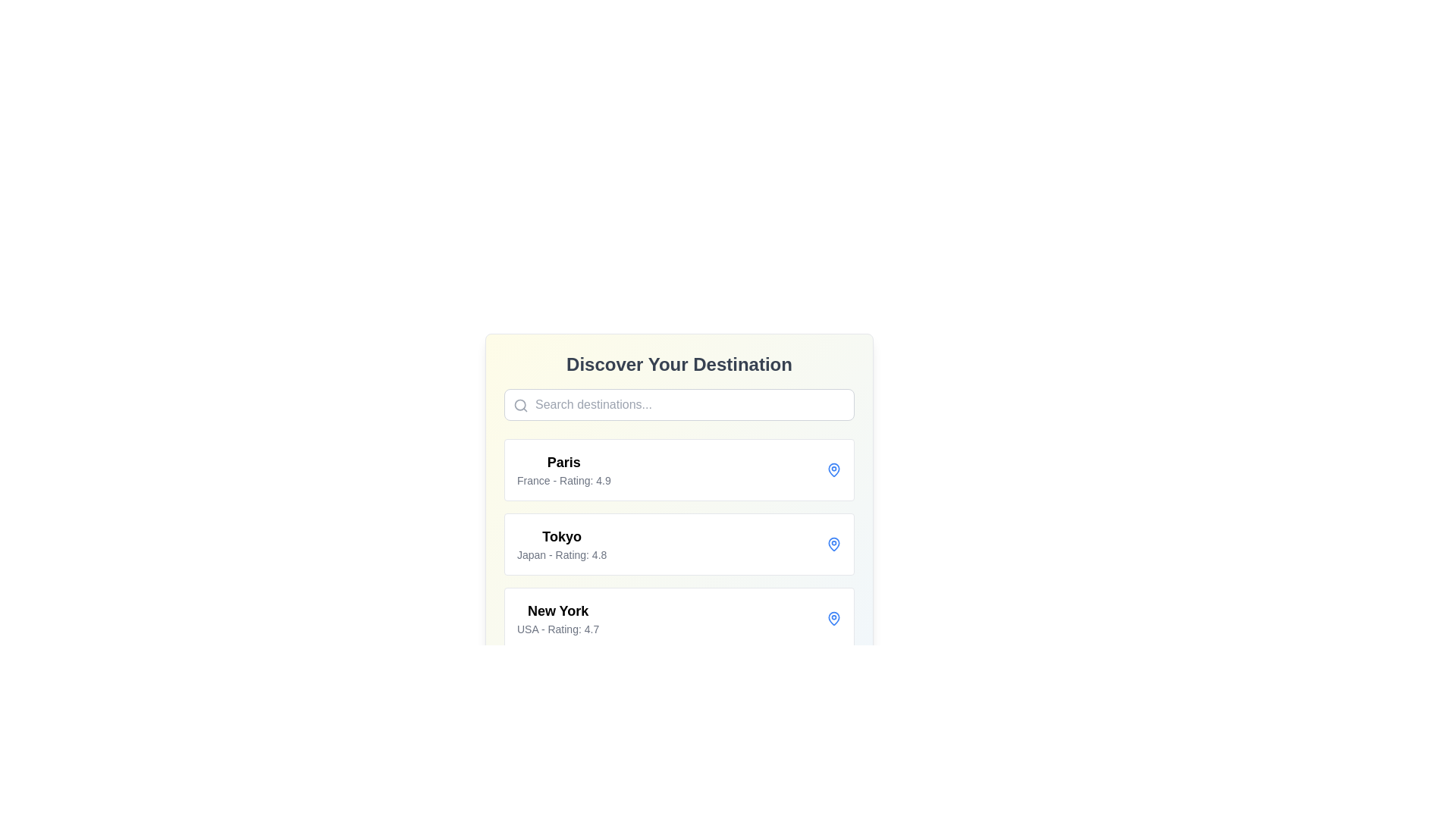  Describe the element at coordinates (833, 543) in the screenshot. I see `the blue pin icon that is the rightmost component of the list item labeled 'Tokyo'` at that location.